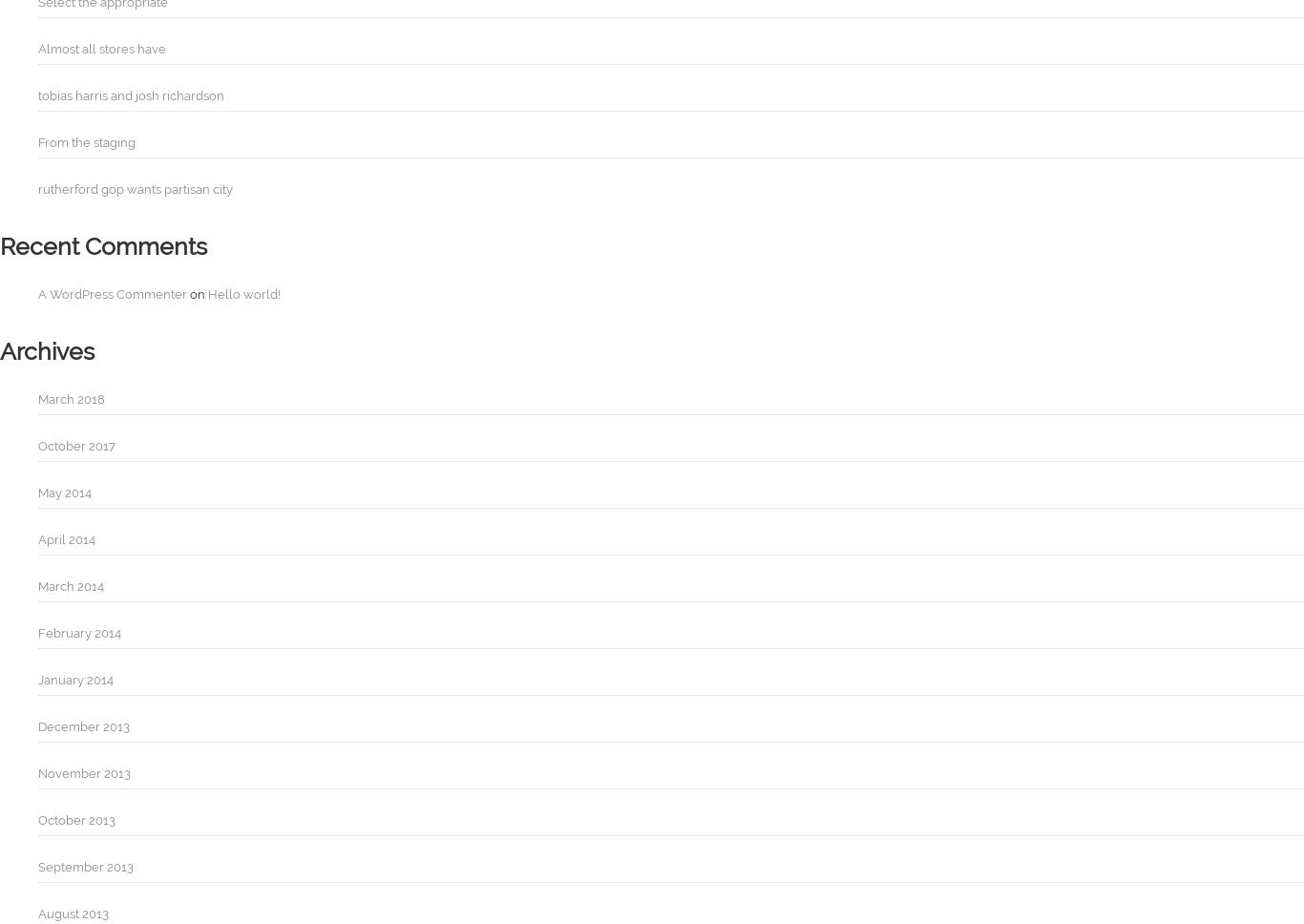 This screenshot has width=1304, height=924. I want to click on 'rutherford gop wants partisan city', so click(135, 189).